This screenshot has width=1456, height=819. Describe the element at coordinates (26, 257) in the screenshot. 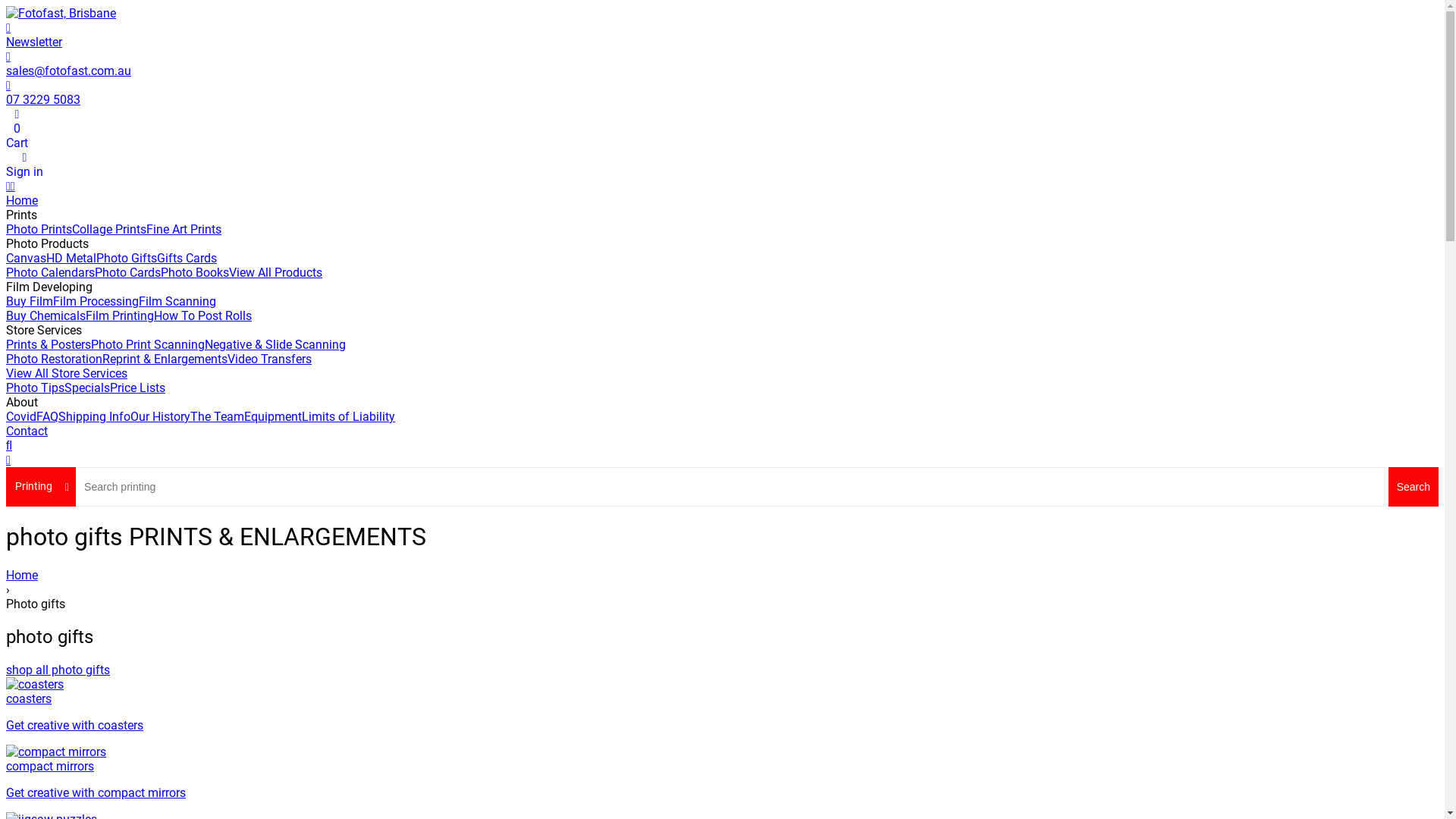

I see `'Canvas'` at that location.